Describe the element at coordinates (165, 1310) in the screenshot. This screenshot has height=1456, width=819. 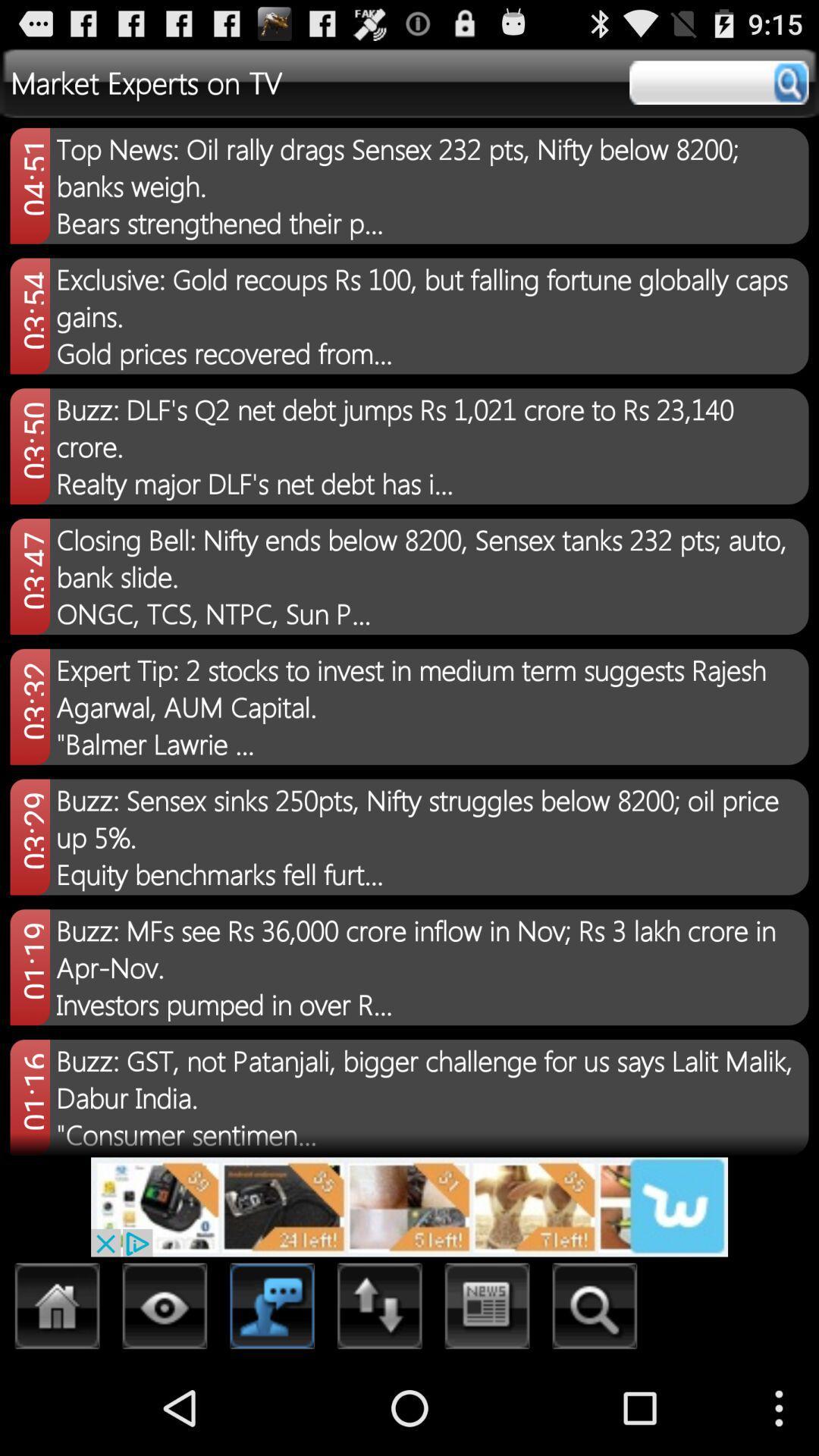
I see `search` at that location.